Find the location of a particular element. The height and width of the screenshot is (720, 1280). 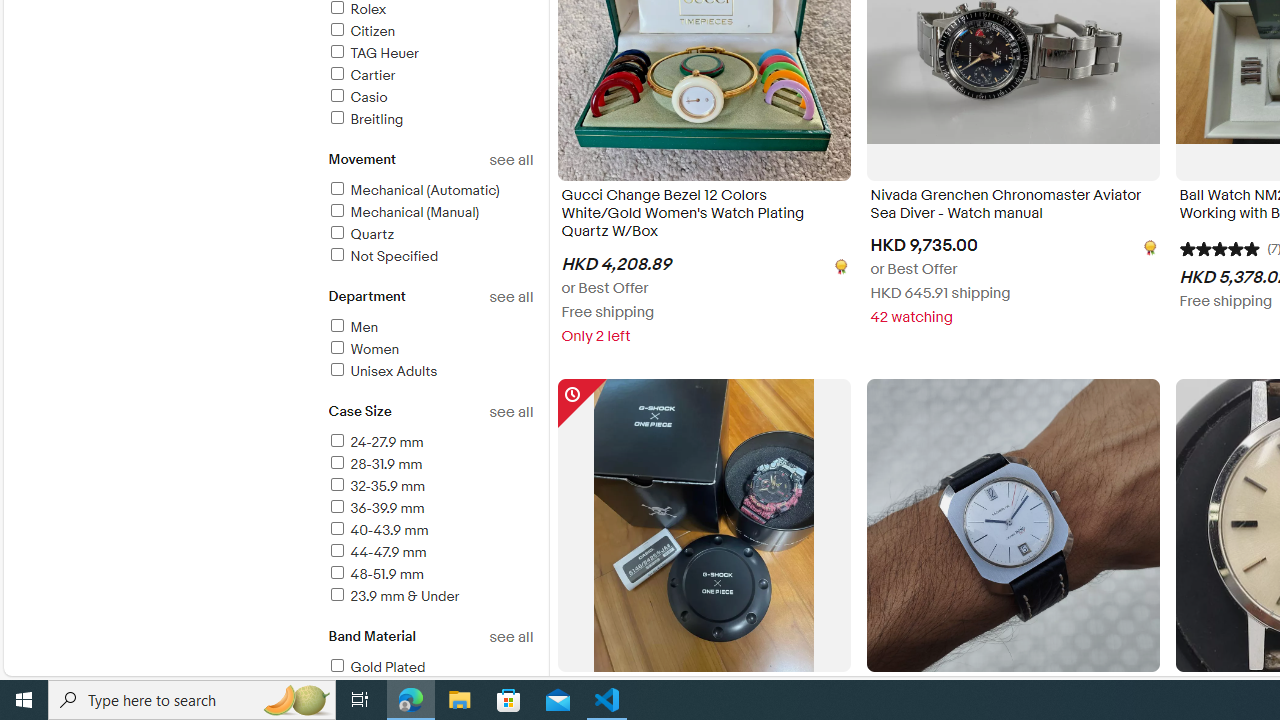

'TAG Heuer' is located at coordinates (372, 52).